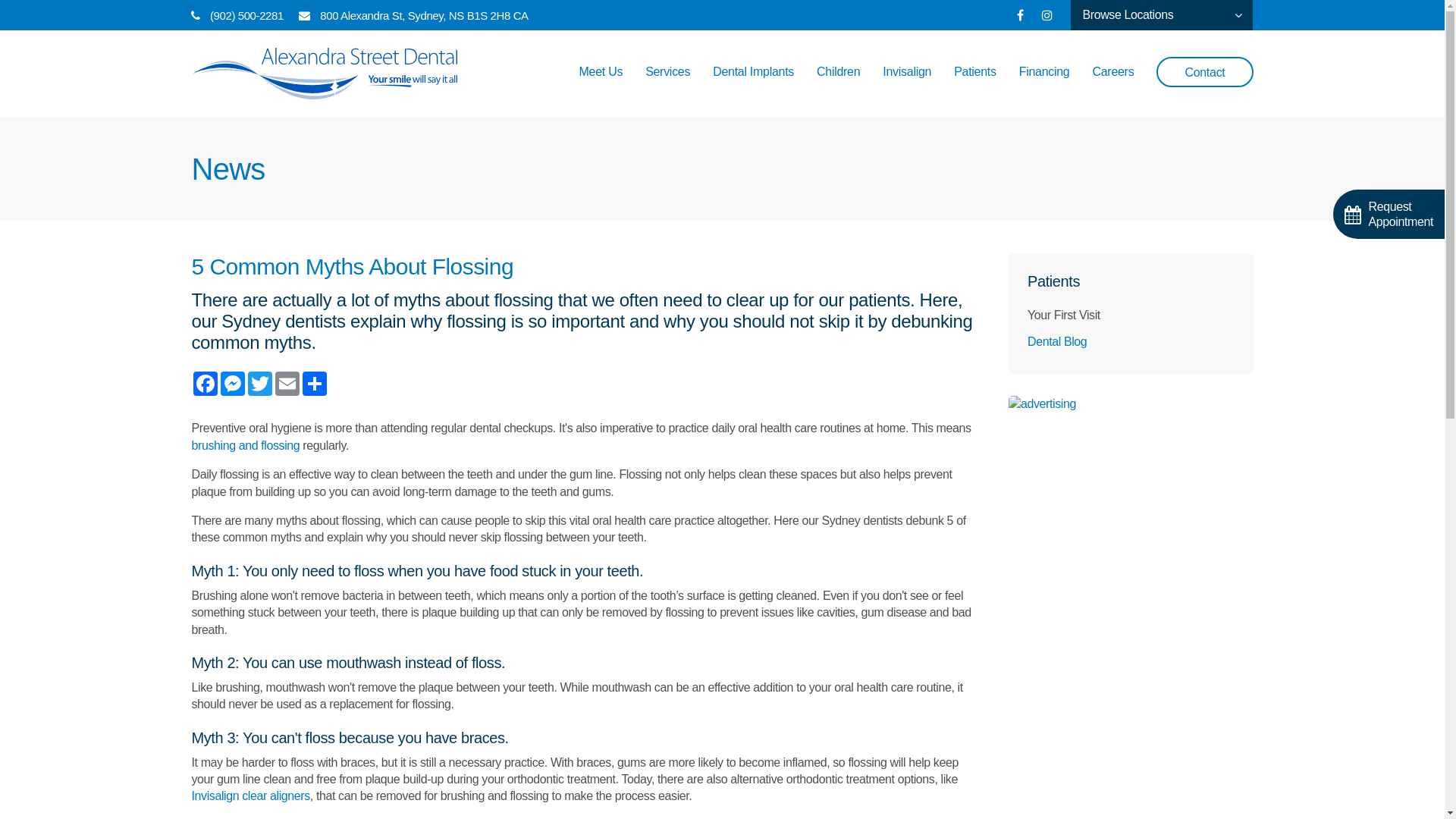 This screenshot has width=1456, height=819. I want to click on 'Meet Us', so click(600, 87).